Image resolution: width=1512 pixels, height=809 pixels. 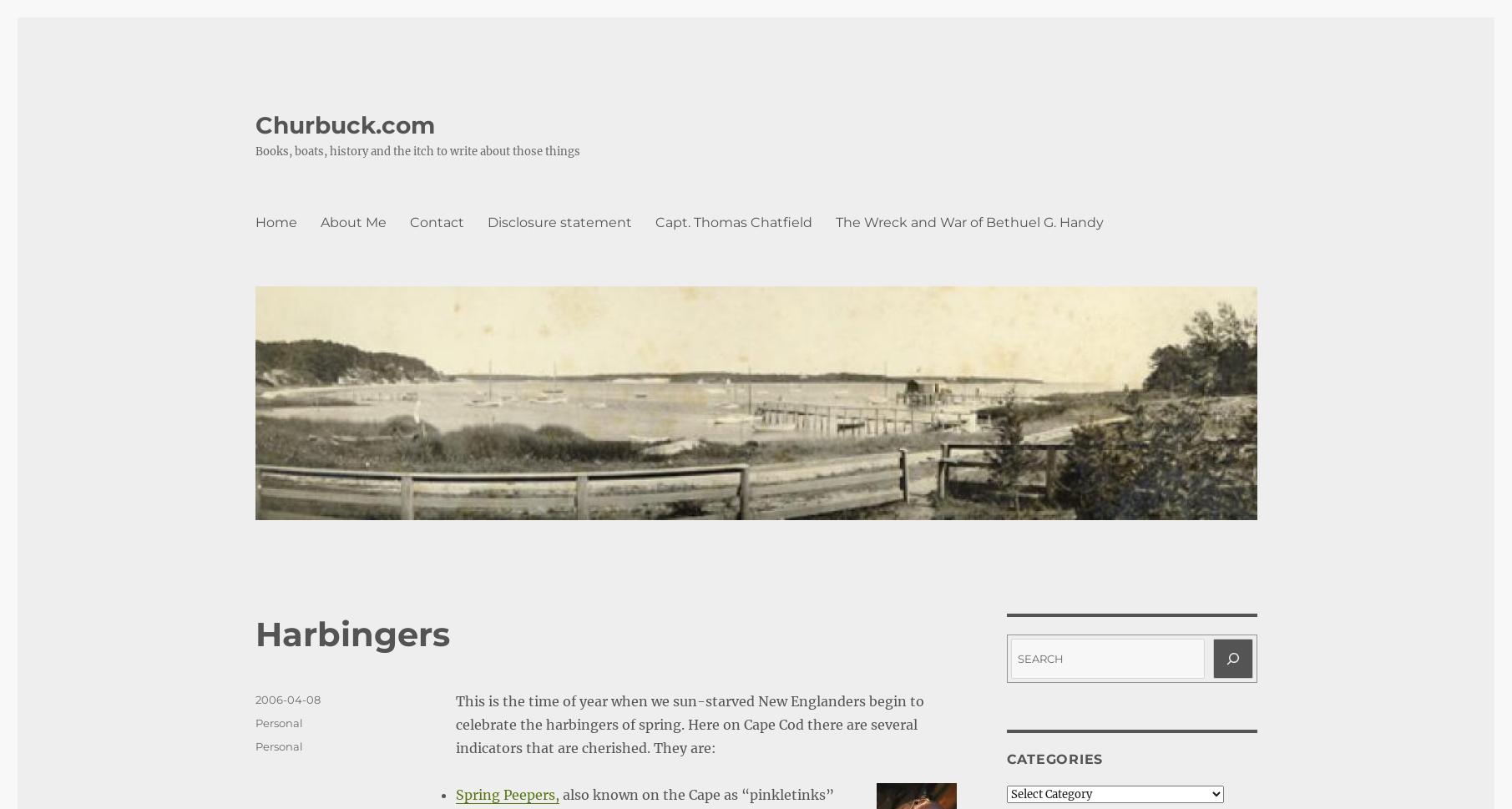 I want to click on '2006-04-08', so click(x=286, y=699).